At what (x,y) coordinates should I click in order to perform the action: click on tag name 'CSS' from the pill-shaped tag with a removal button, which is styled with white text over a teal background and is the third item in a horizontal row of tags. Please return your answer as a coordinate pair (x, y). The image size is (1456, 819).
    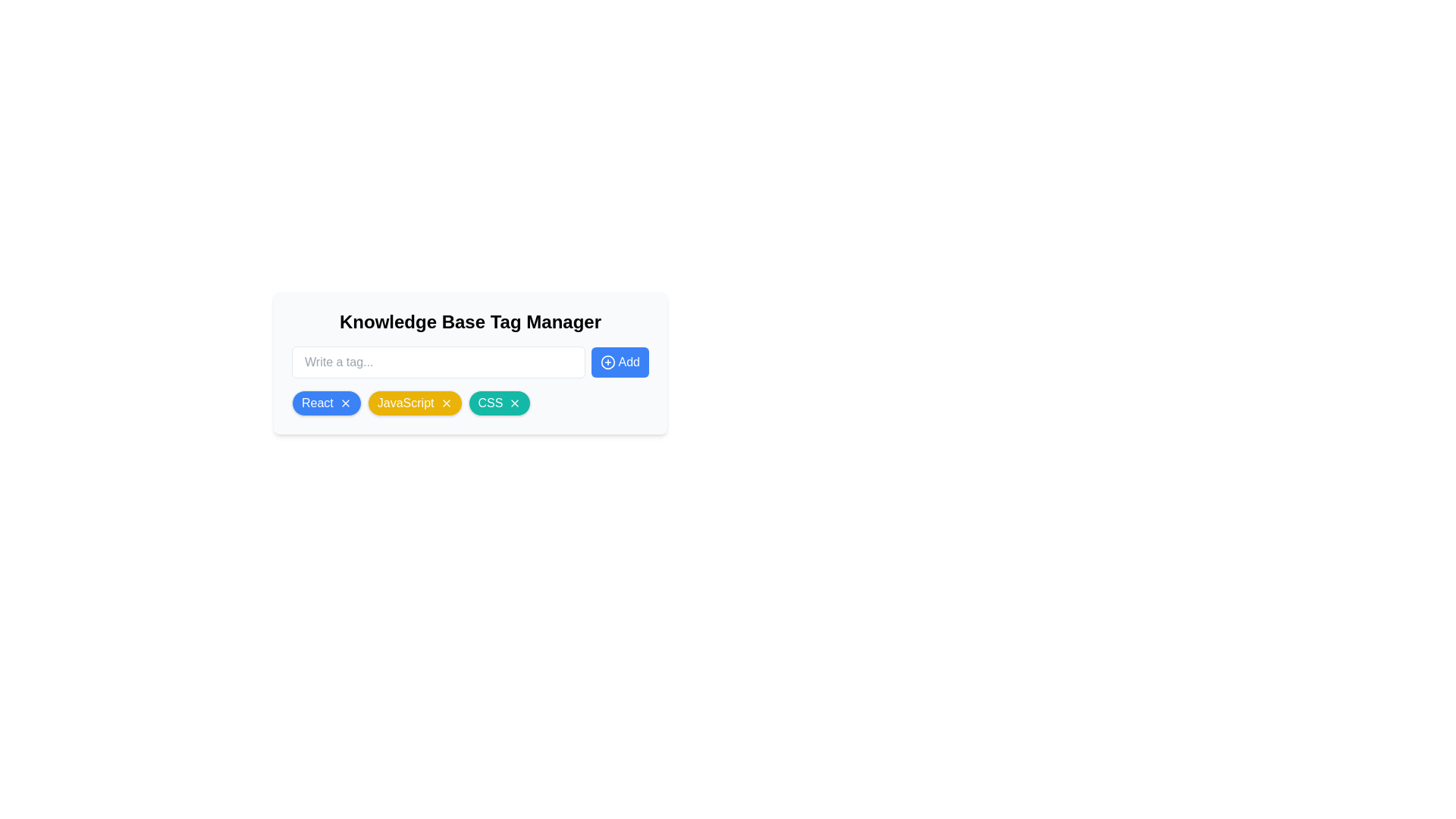
    Looking at the image, I should click on (499, 403).